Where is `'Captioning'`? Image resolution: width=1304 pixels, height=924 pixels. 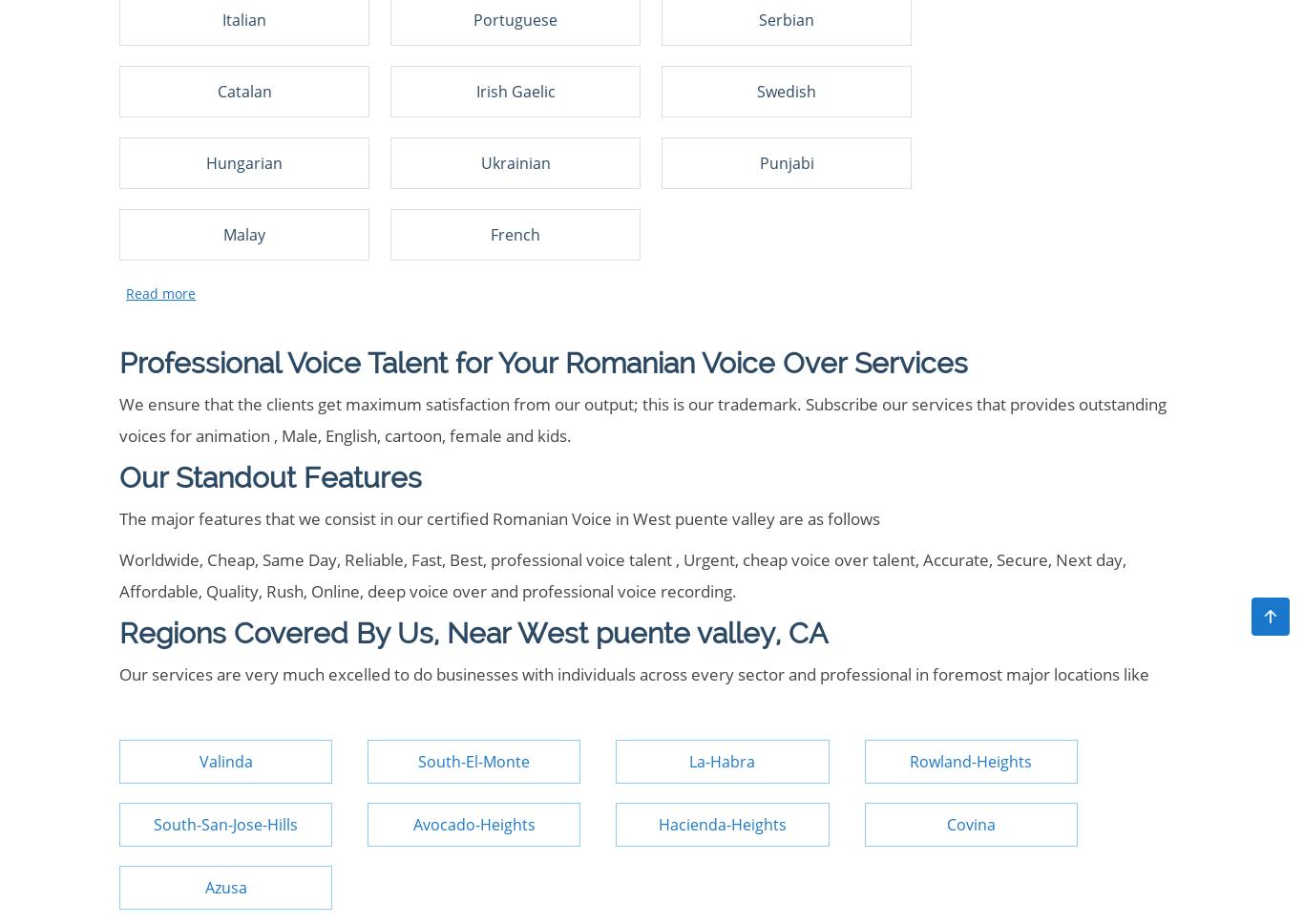
'Captioning' is located at coordinates (172, 88).